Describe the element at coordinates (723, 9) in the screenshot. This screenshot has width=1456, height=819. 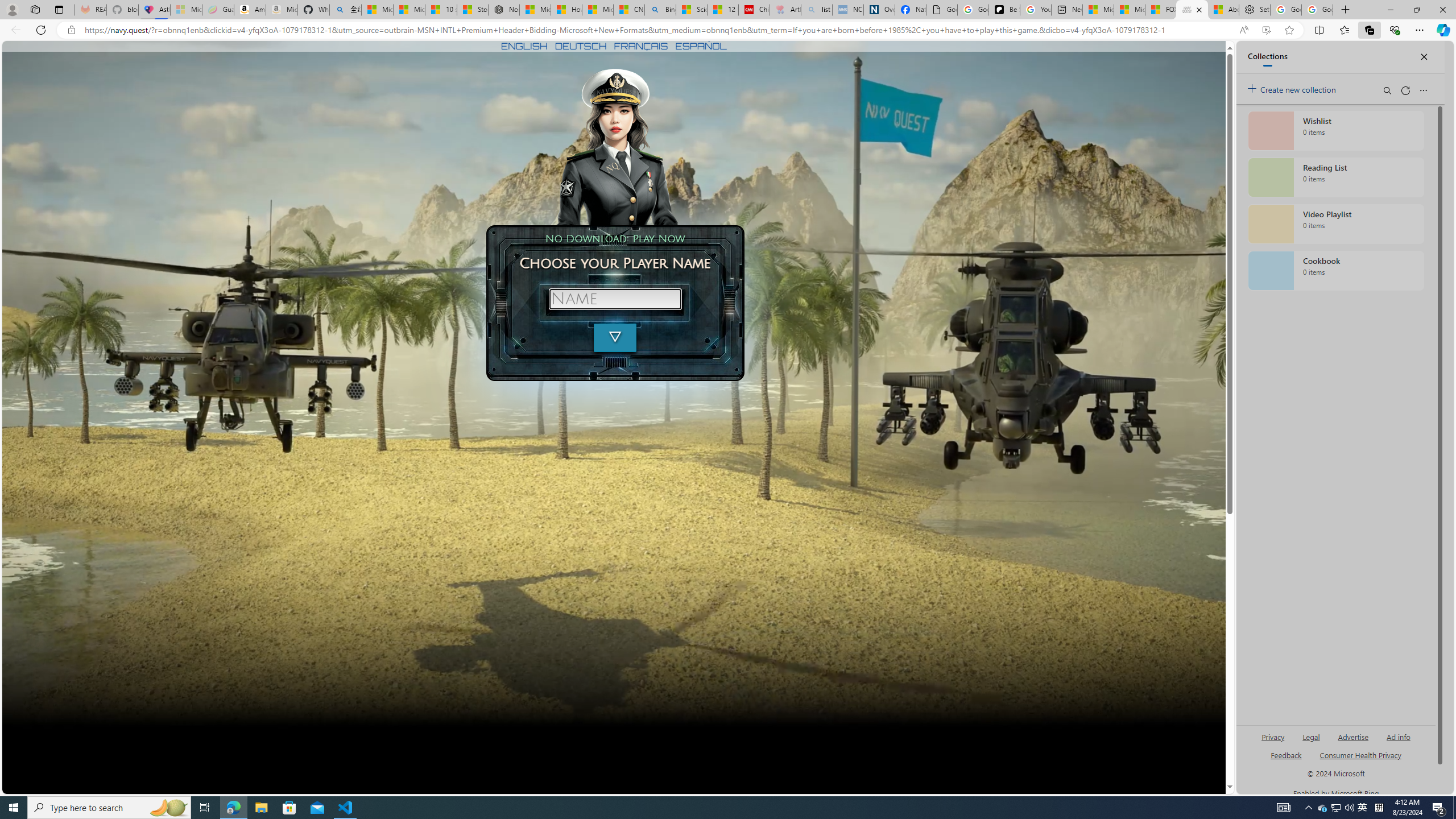
I see `'12 Popular Science Lies that Must be Corrected'` at that location.